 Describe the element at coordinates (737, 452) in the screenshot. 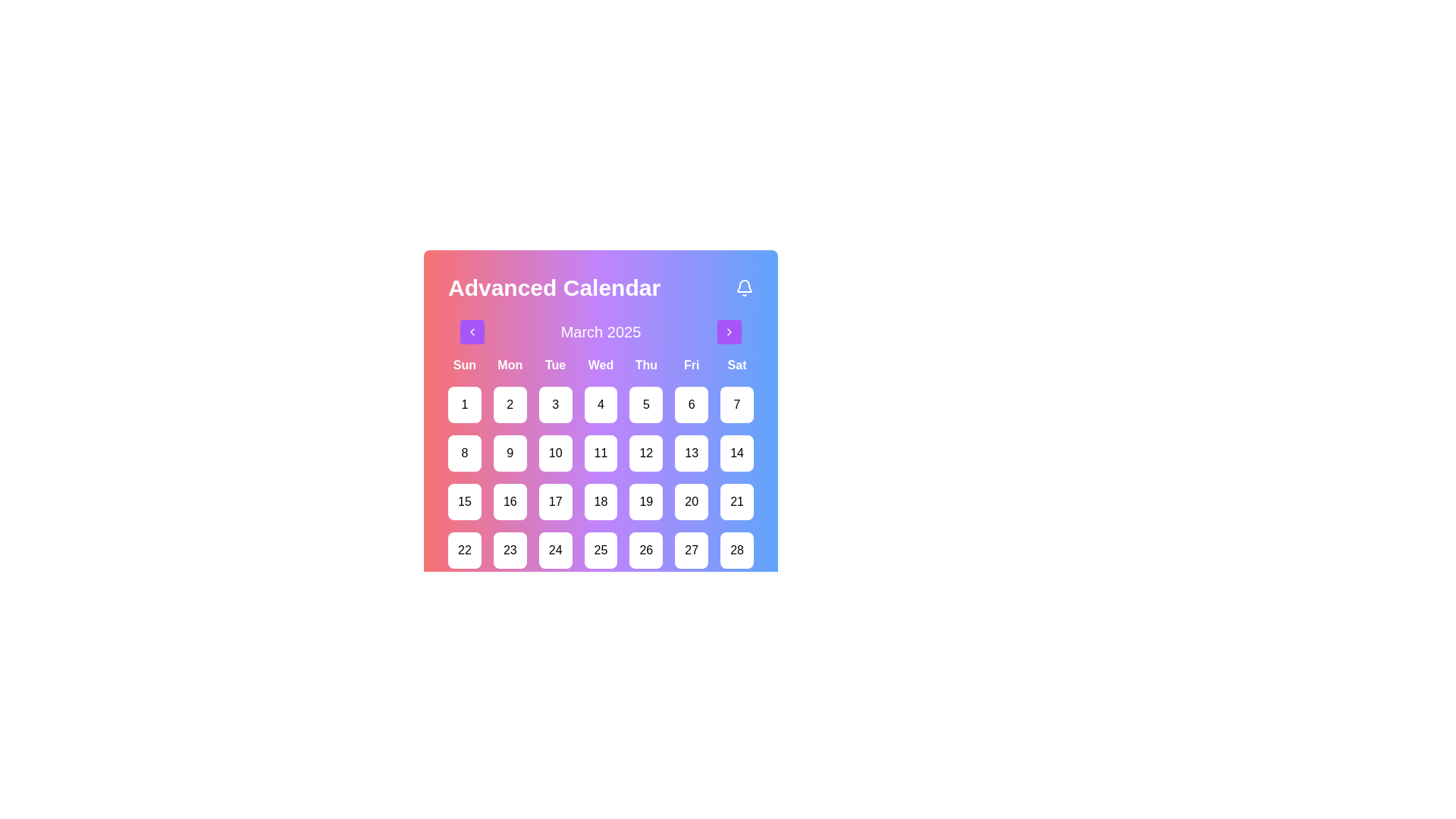

I see `the button representing the 14th day in the calendar grid` at that location.